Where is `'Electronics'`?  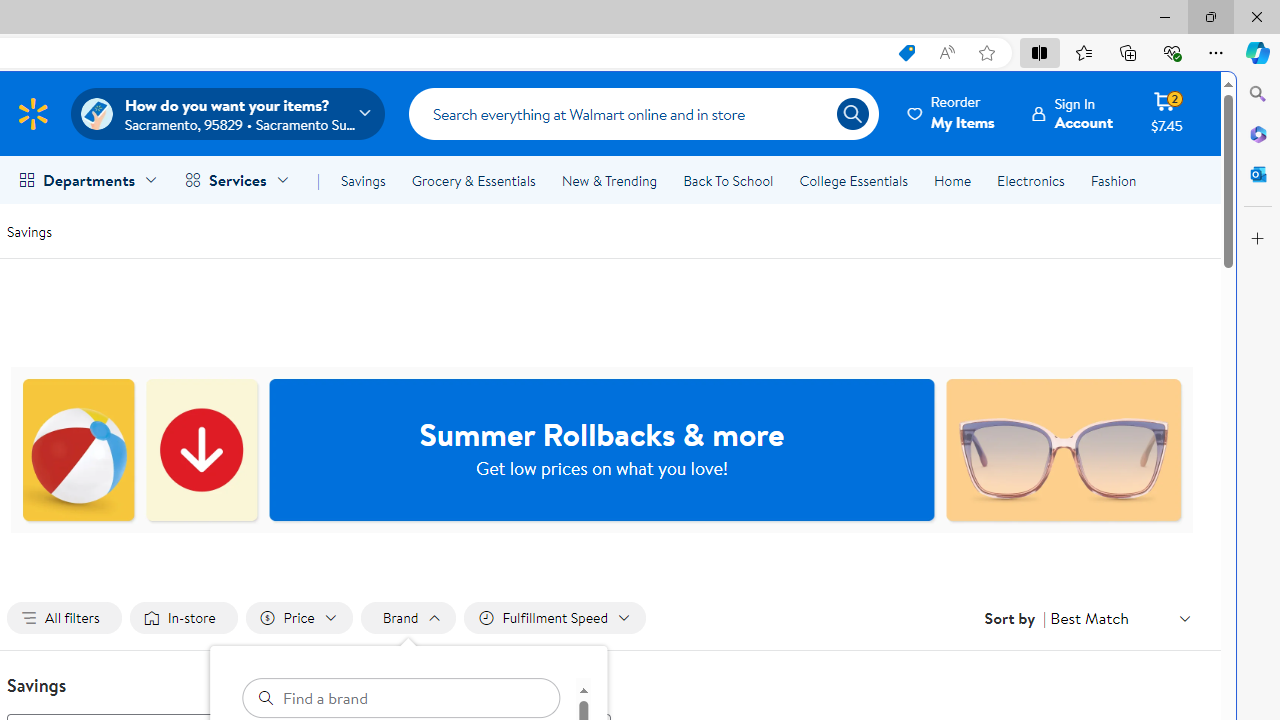 'Electronics' is located at coordinates (1031, 181).